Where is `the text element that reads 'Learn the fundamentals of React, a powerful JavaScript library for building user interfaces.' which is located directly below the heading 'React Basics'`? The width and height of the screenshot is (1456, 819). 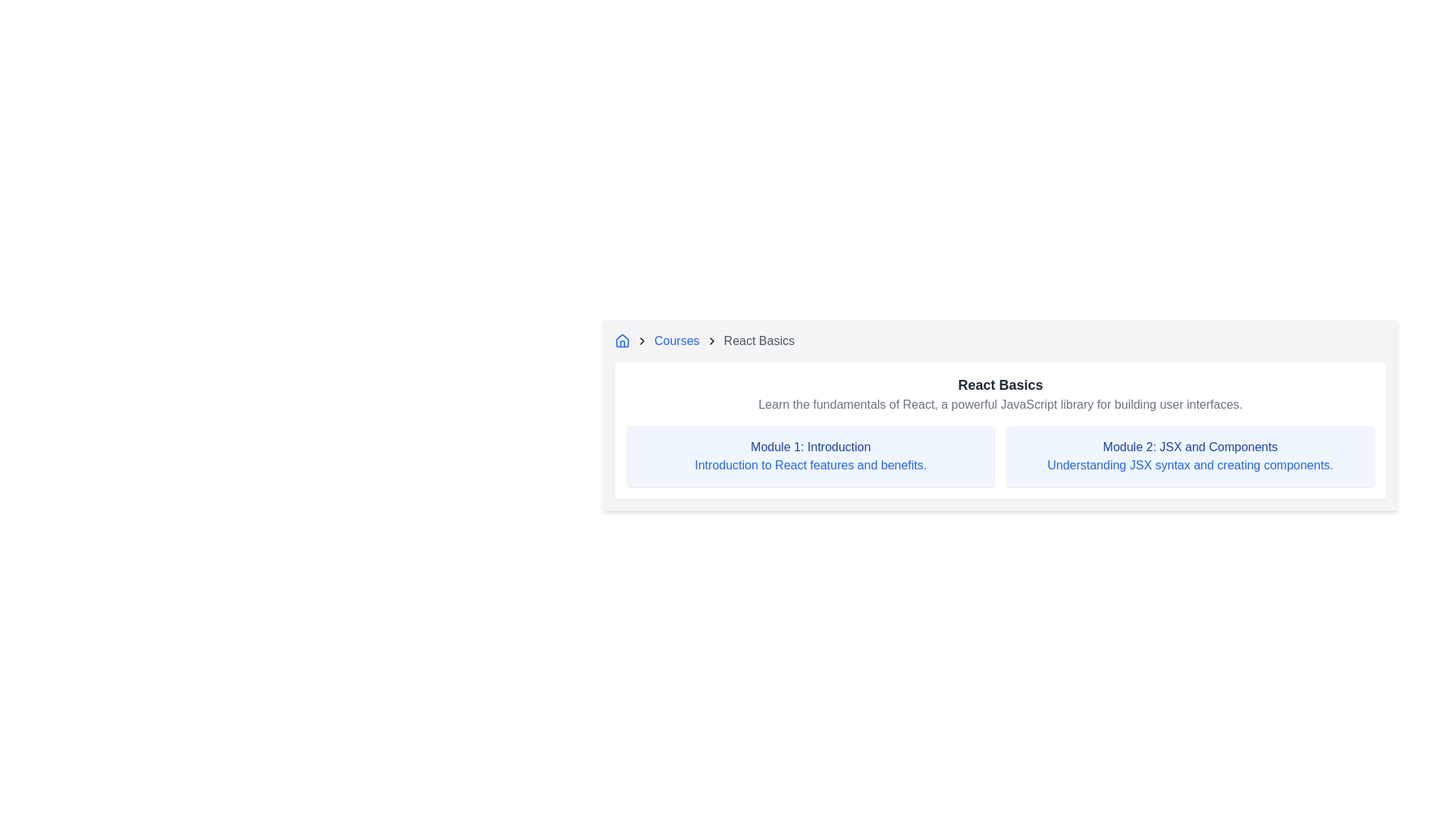 the text element that reads 'Learn the fundamentals of React, a powerful JavaScript library for building user interfaces.' which is located directly below the heading 'React Basics' is located at coordinates (1000, 403).